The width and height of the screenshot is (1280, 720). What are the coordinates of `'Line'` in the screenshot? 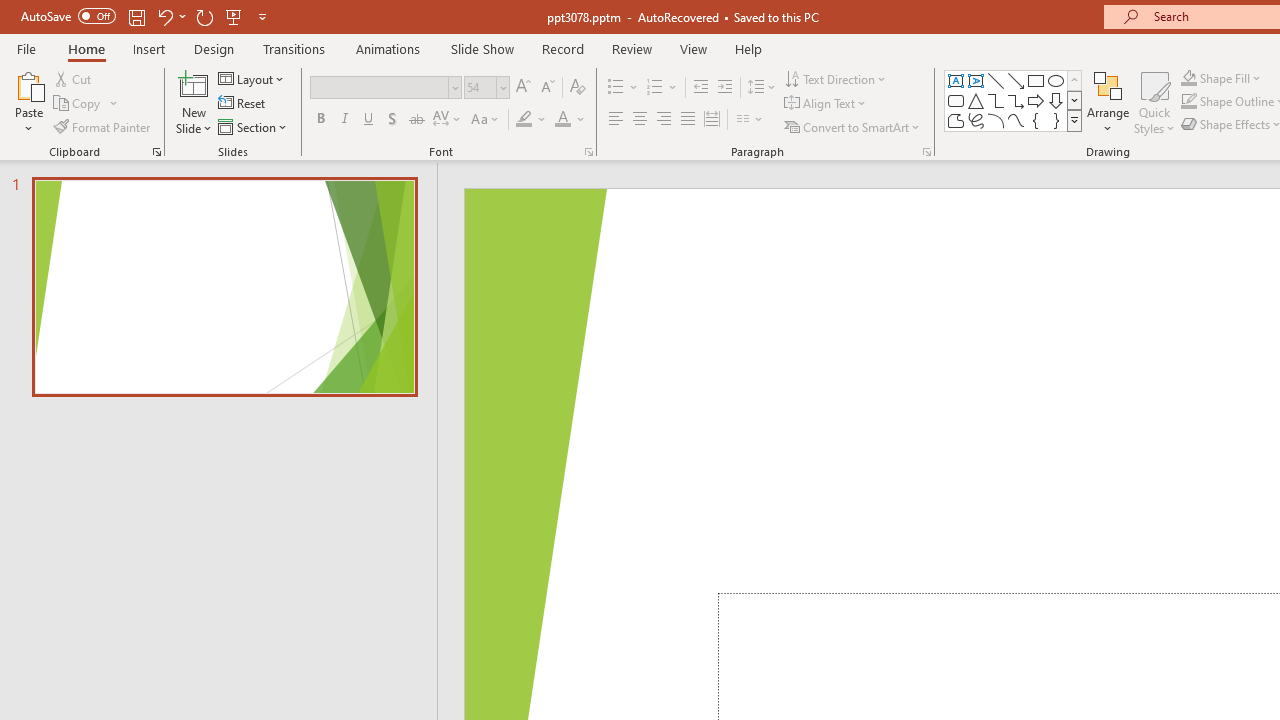 It's located at (995, 80).